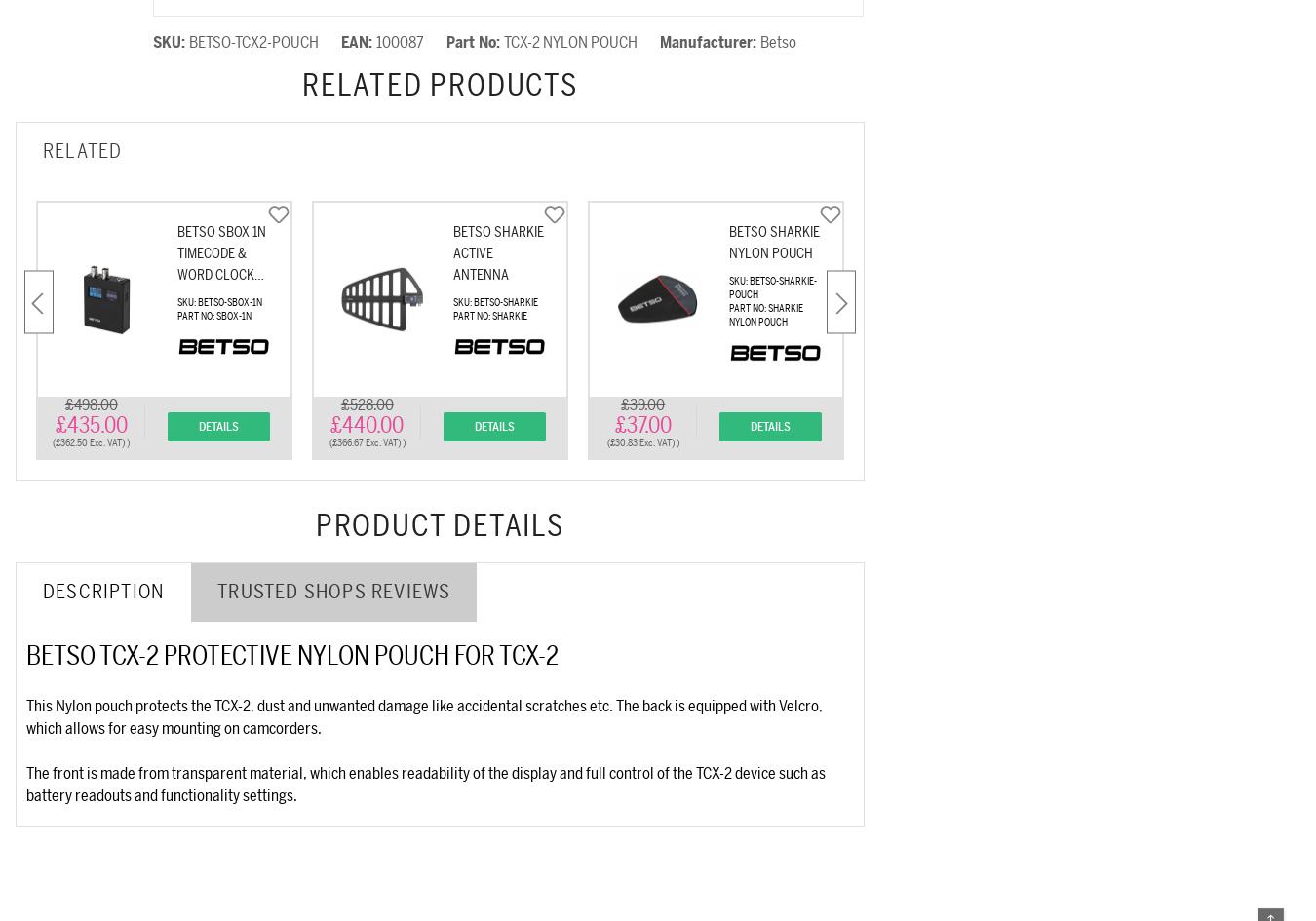  Describe the element at coordinates (726, 242) in the screenshot. I see `'Betso Sharkie Nylon Pouch'` at that location.